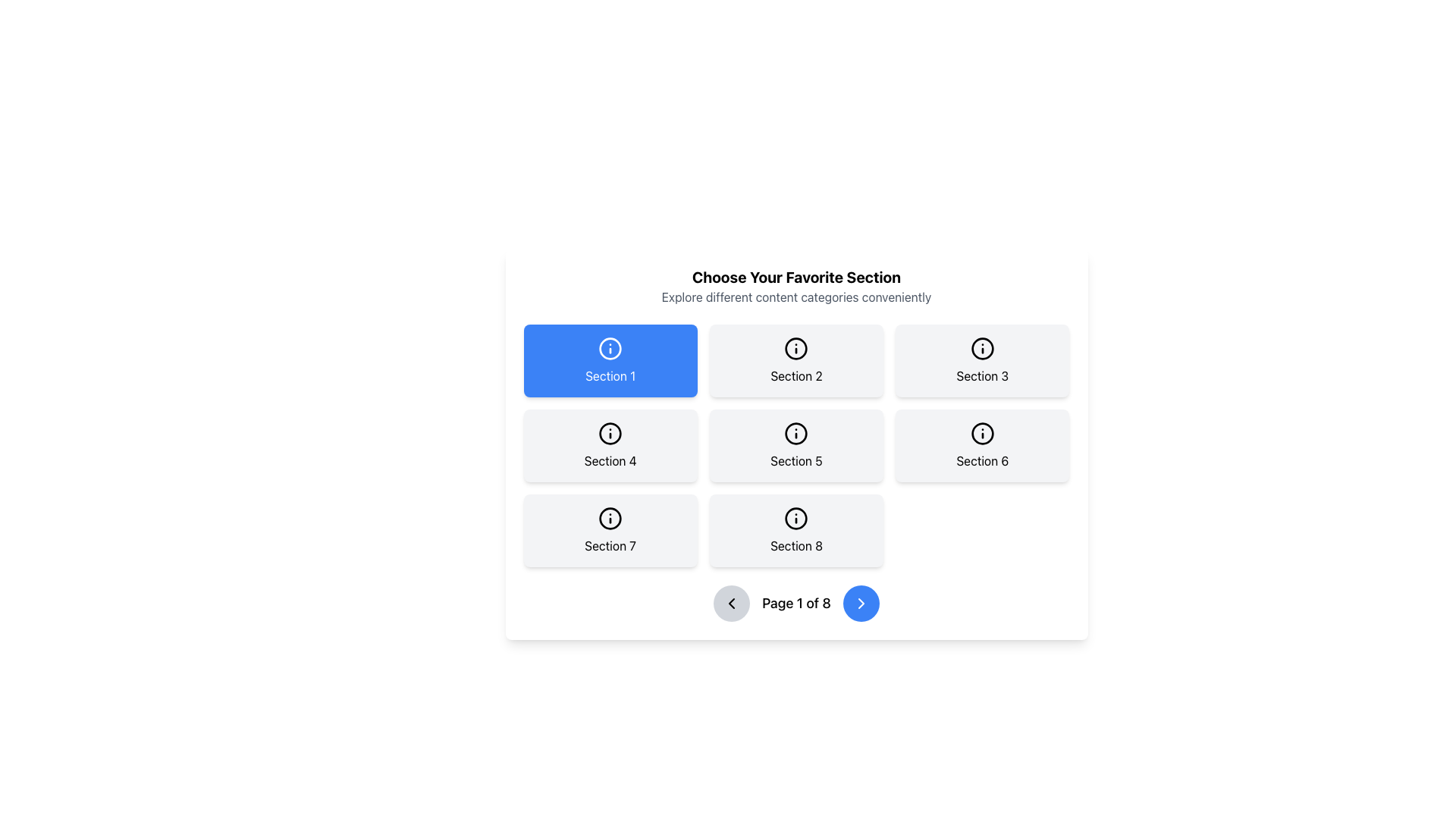 This screenshot has width=1456, height=819. Describe the element at coordinates (732, 602) in the screenshot. I see `the pagination control button icon` at that location.